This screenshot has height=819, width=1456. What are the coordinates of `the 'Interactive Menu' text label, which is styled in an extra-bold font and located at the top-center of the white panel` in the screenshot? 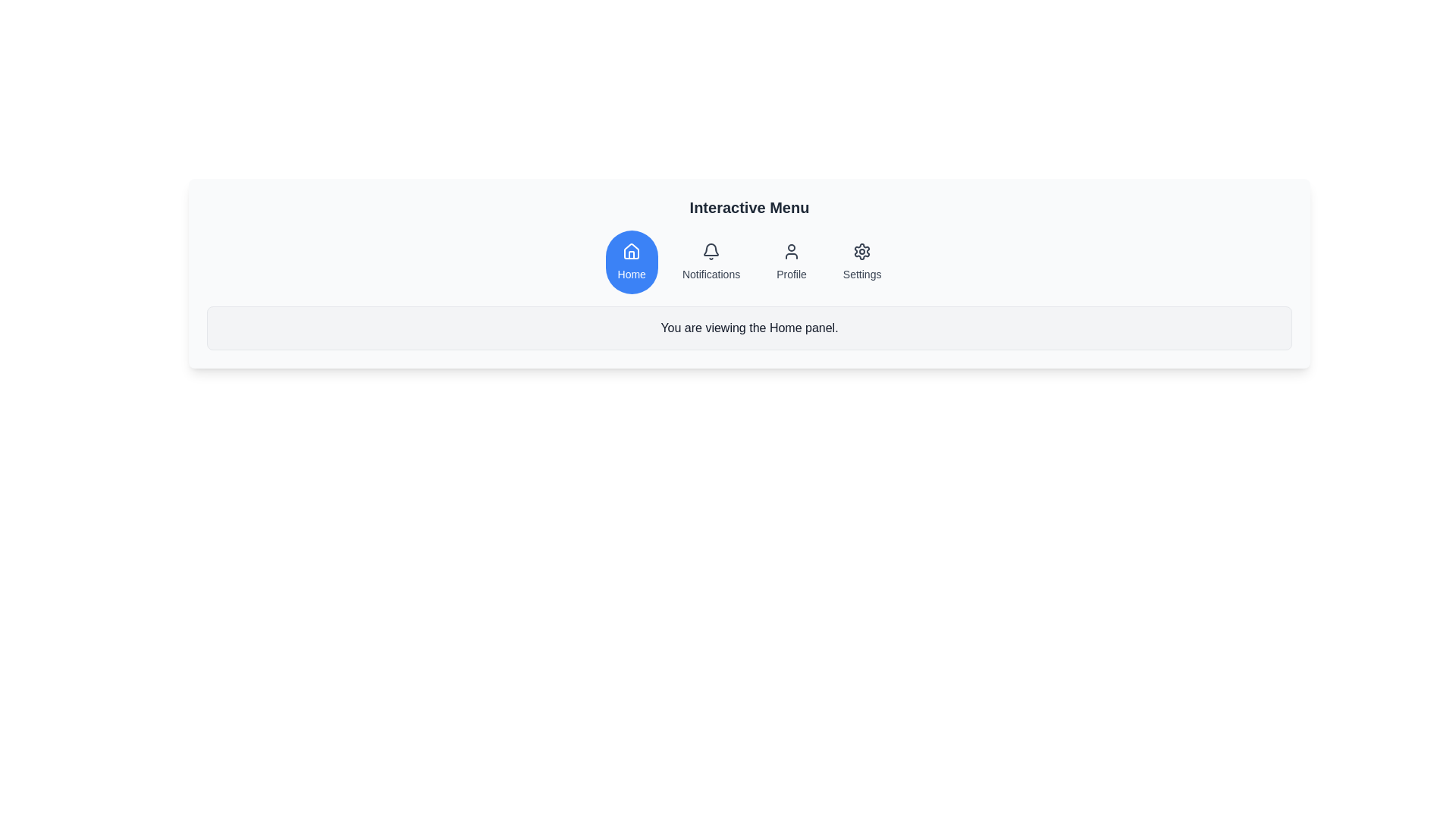 It's located at (749, 207).